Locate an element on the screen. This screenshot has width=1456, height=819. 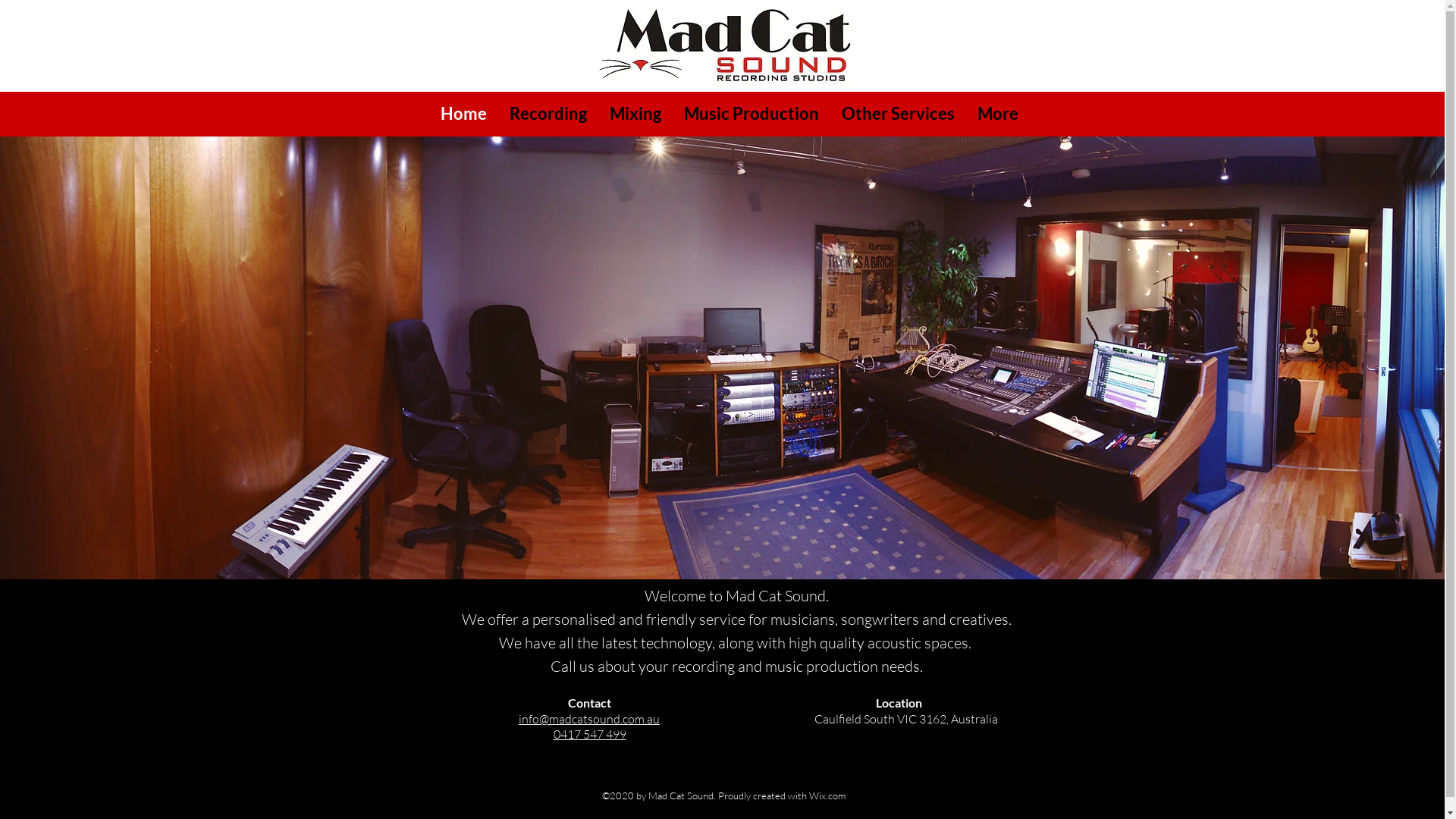
'Mixing' is located at coordinates (634, 113).